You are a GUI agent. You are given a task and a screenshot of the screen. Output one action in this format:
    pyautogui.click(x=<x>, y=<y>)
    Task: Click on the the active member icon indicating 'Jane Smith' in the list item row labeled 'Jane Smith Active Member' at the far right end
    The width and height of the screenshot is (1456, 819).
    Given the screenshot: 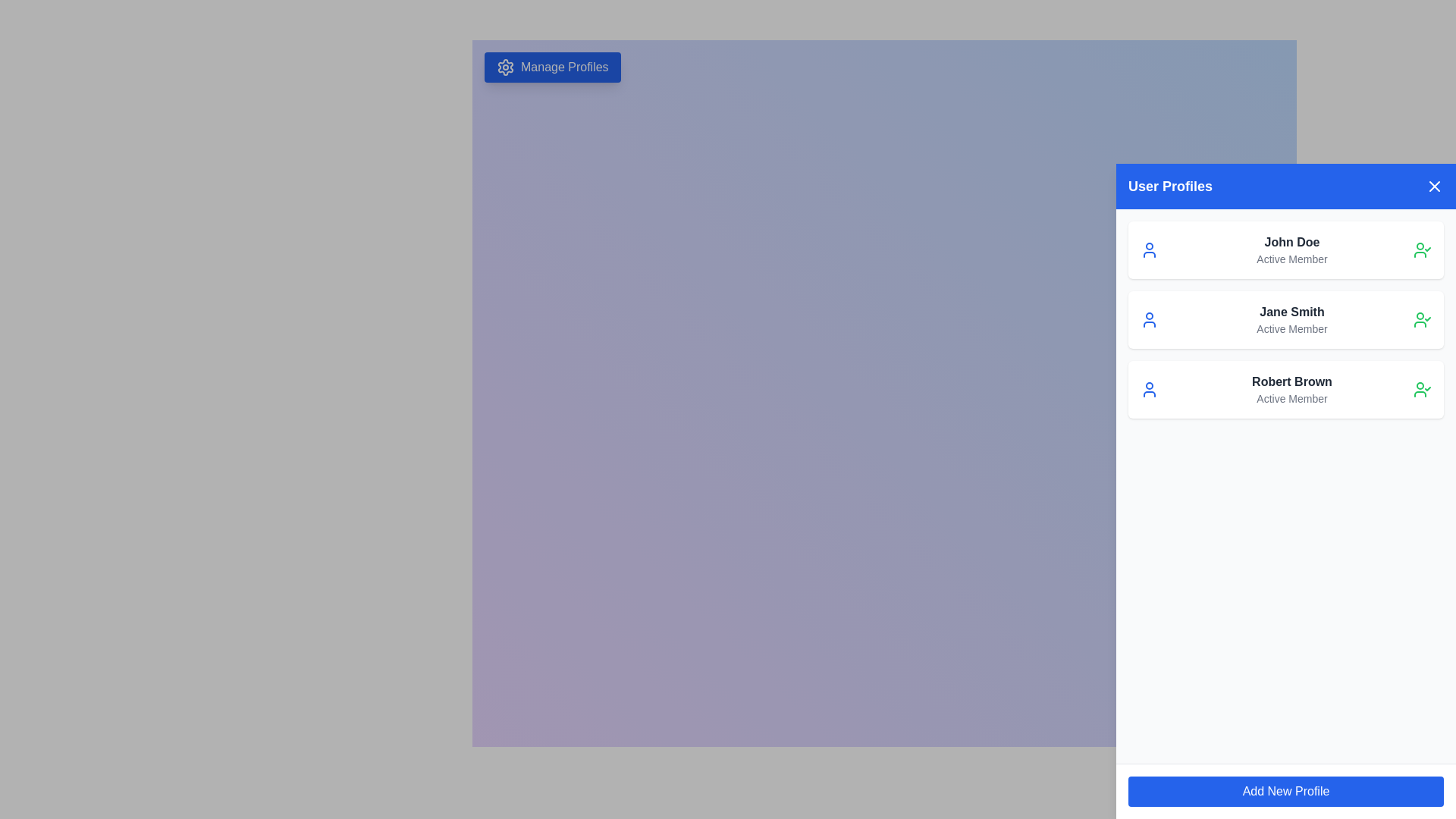 What is the action you would take?
    pyautogui.click(x=1422, y=318)
    